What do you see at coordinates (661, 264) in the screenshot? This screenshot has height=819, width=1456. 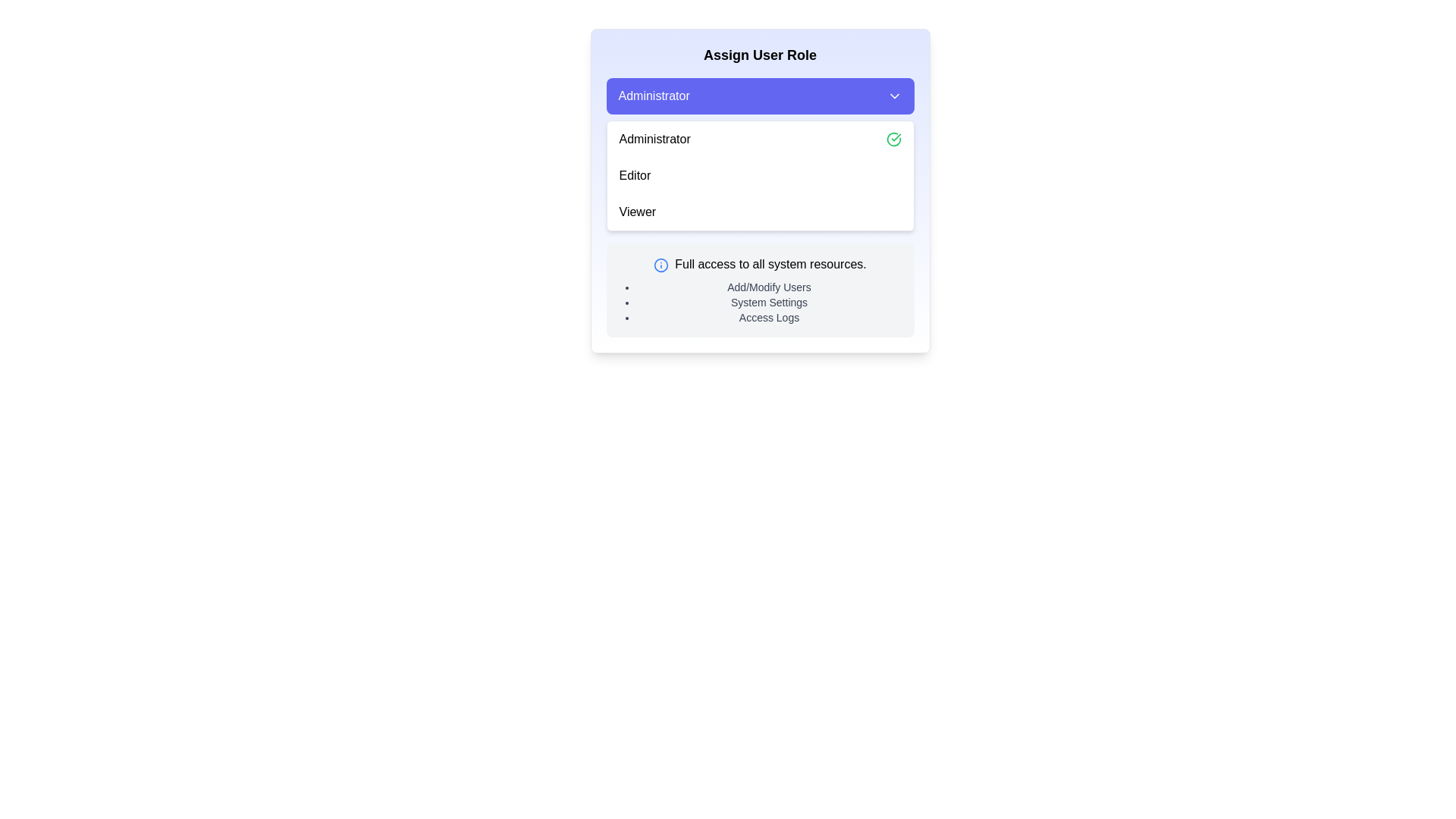 I see `the circular icon with a blue stroke that is part of the informational symbol, located near the text 'Full access to all system resources.'` at bounding box center [661, 264].